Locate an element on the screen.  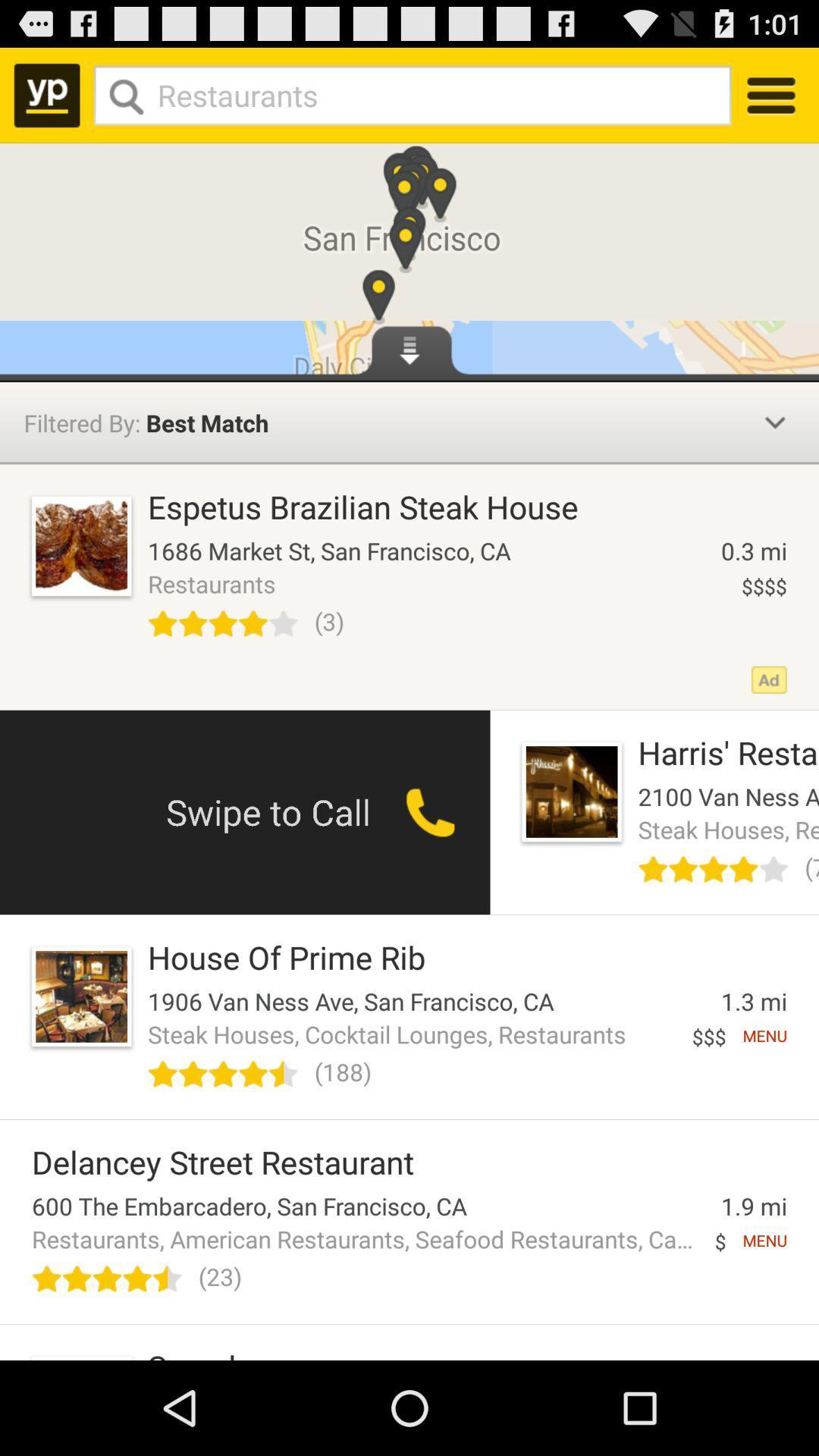
the menu icon is located at coordinates (775, 101).